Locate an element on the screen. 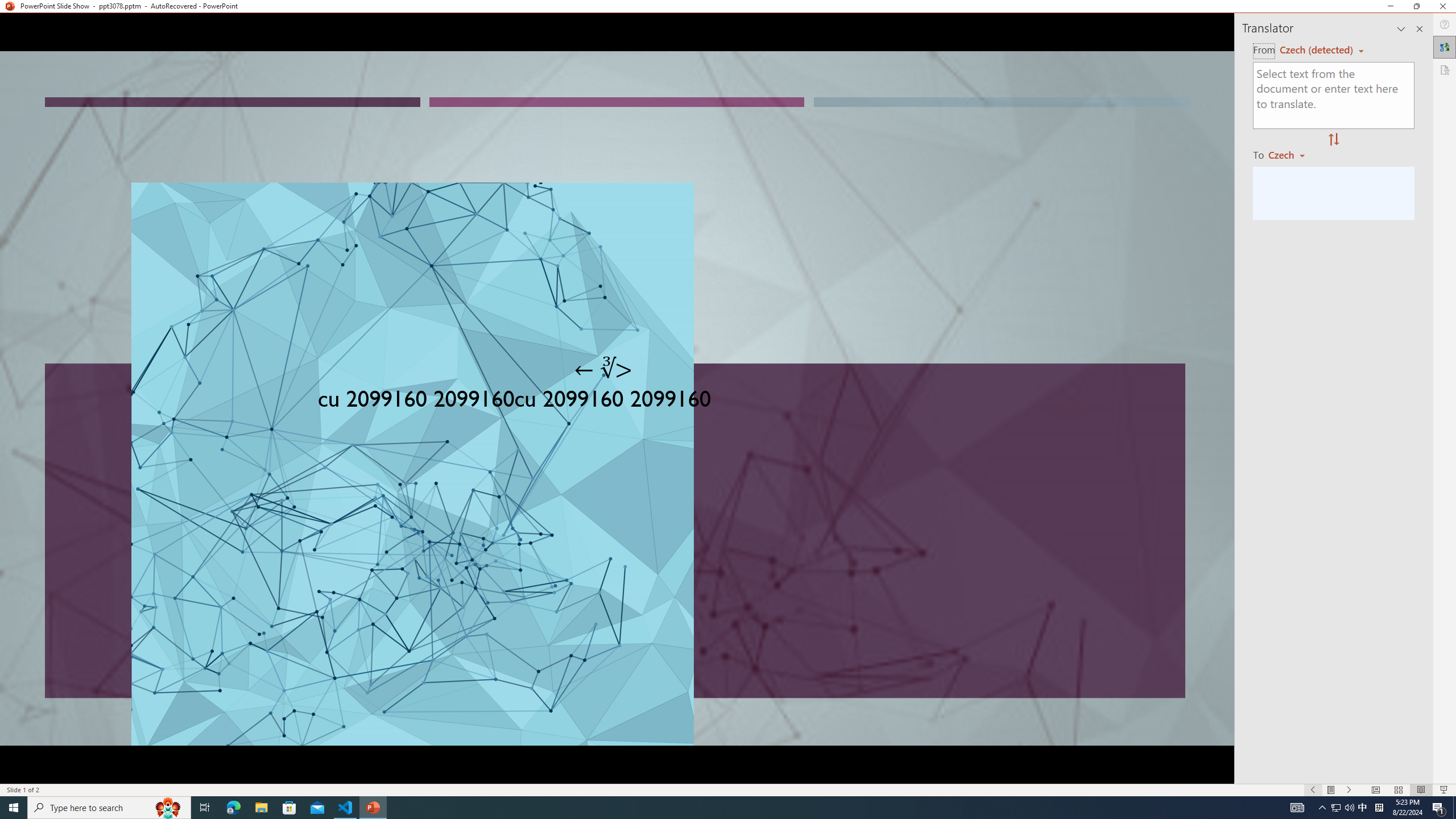 This screenshot has height=819, width=1456. 'Swap "from" and "to" languages.' is located at coordinates (1333, 139).